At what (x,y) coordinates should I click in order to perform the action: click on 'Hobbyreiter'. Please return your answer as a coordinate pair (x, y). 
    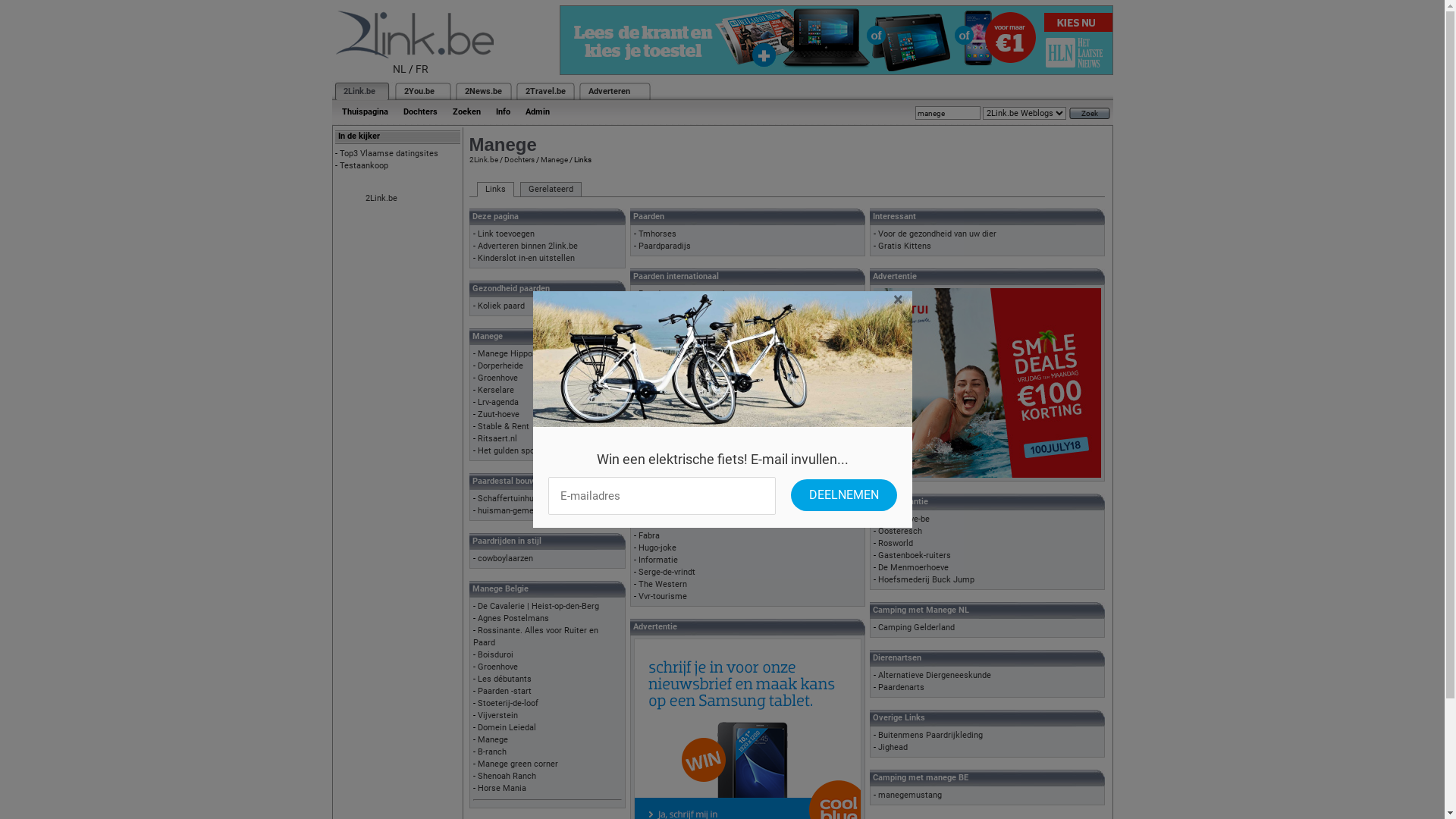
    Looking at the image, I should click on (660, 329).